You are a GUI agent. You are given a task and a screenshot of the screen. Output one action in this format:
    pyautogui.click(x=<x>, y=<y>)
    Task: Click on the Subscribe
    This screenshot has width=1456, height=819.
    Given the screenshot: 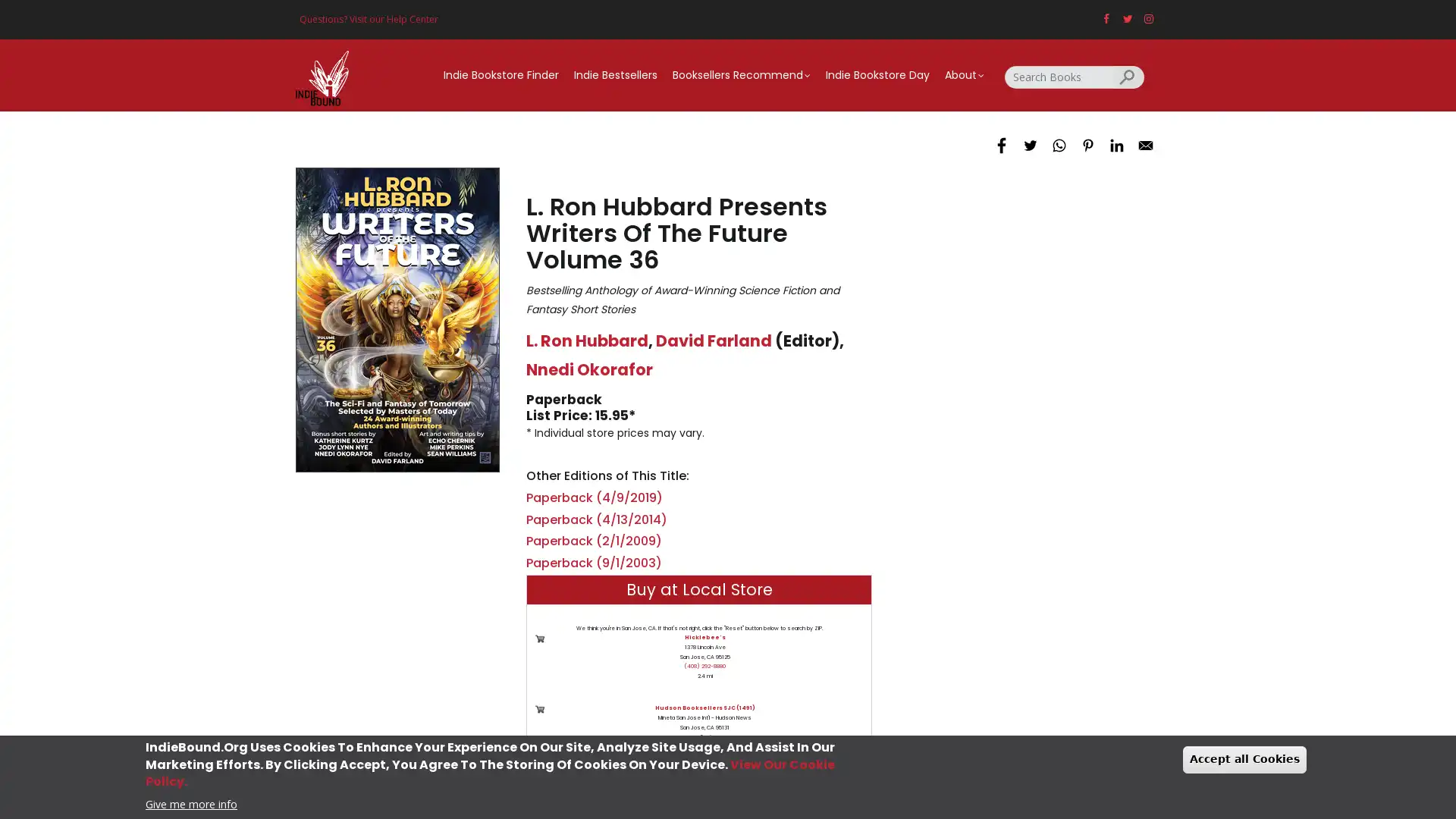 What is the action you would take?
    pyautogui.click(x=728, y=522)
    